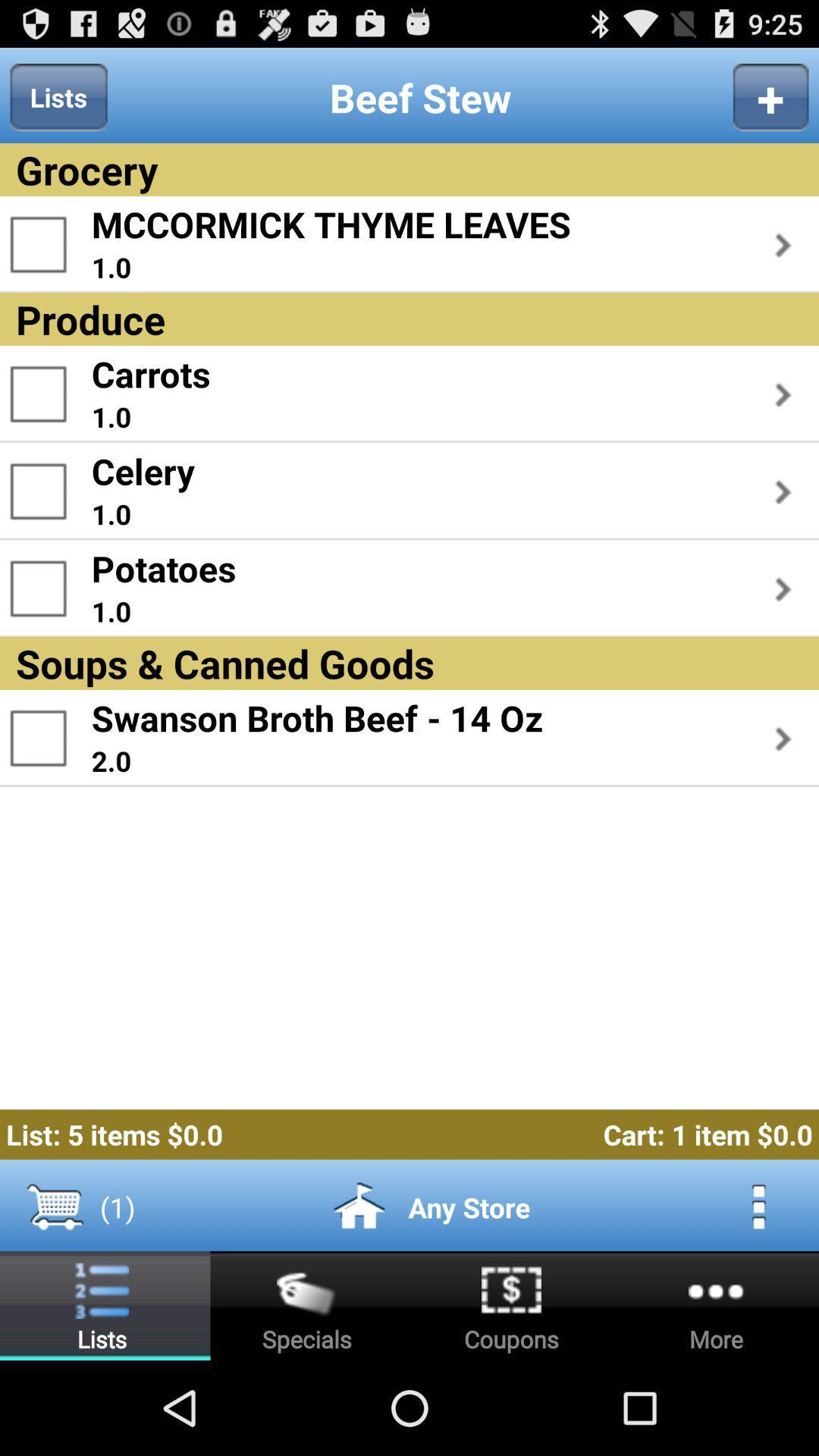  What do you see at coordinates (758, 1291) in the screenshot?
I see `the more icon` at bounding box center [758, 1291].